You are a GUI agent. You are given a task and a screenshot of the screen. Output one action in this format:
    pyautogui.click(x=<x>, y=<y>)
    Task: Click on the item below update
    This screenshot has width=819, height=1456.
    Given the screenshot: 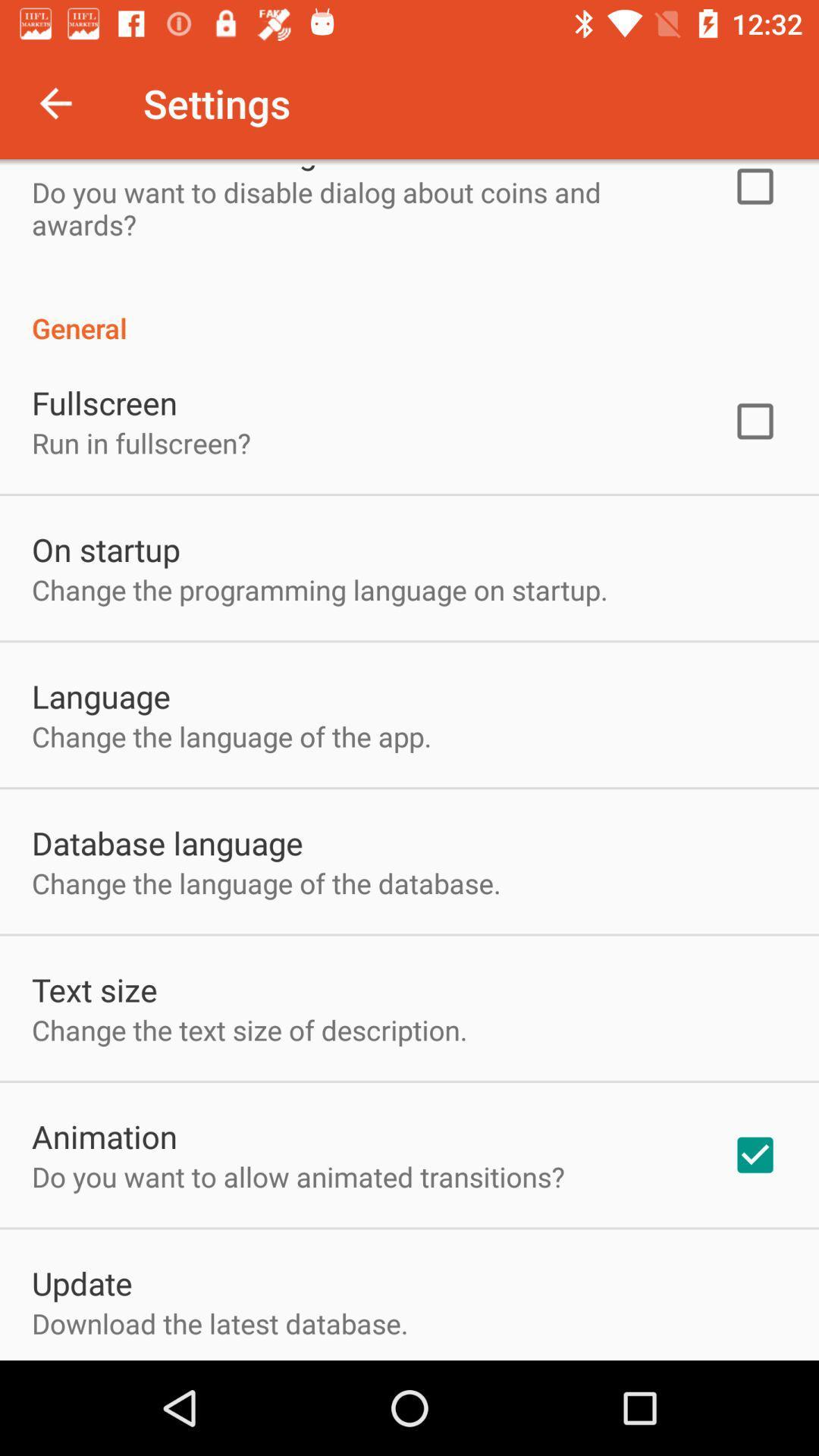 What is the action you would take?
    pyautogui.click(x=220, y=1323)
    